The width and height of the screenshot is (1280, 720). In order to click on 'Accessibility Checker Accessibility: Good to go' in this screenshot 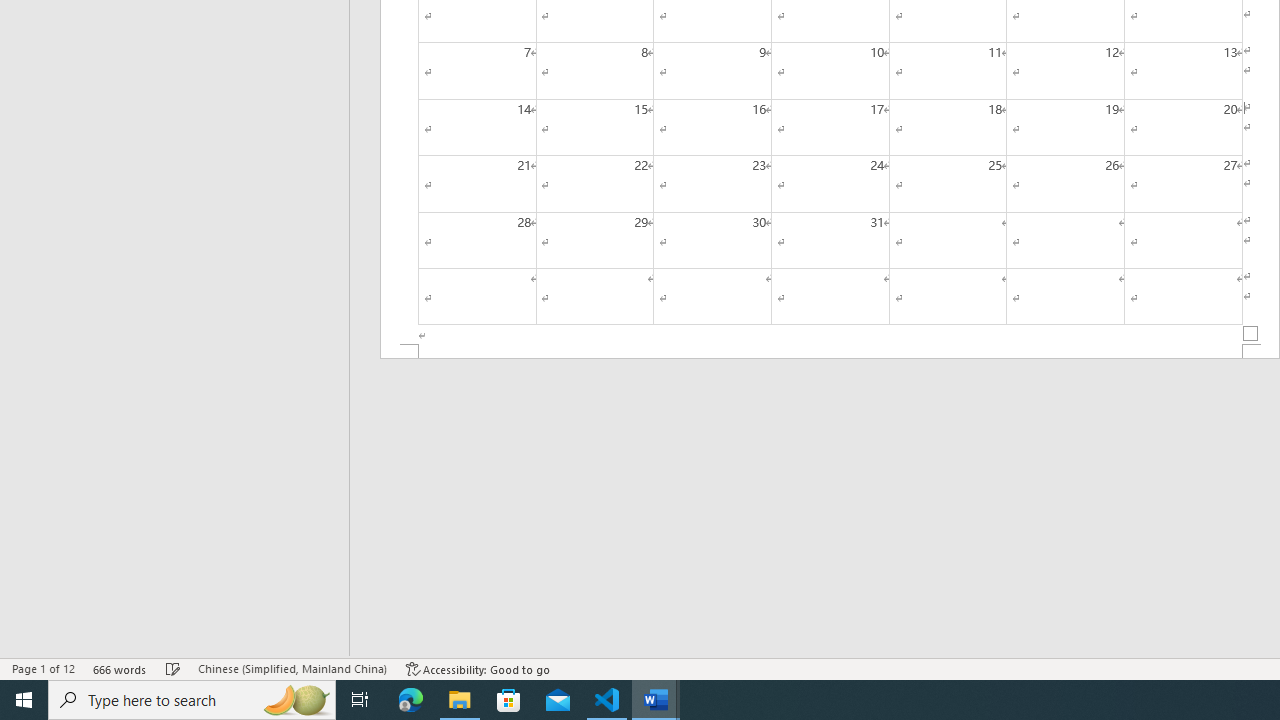, I will do `click(477, 669)`.